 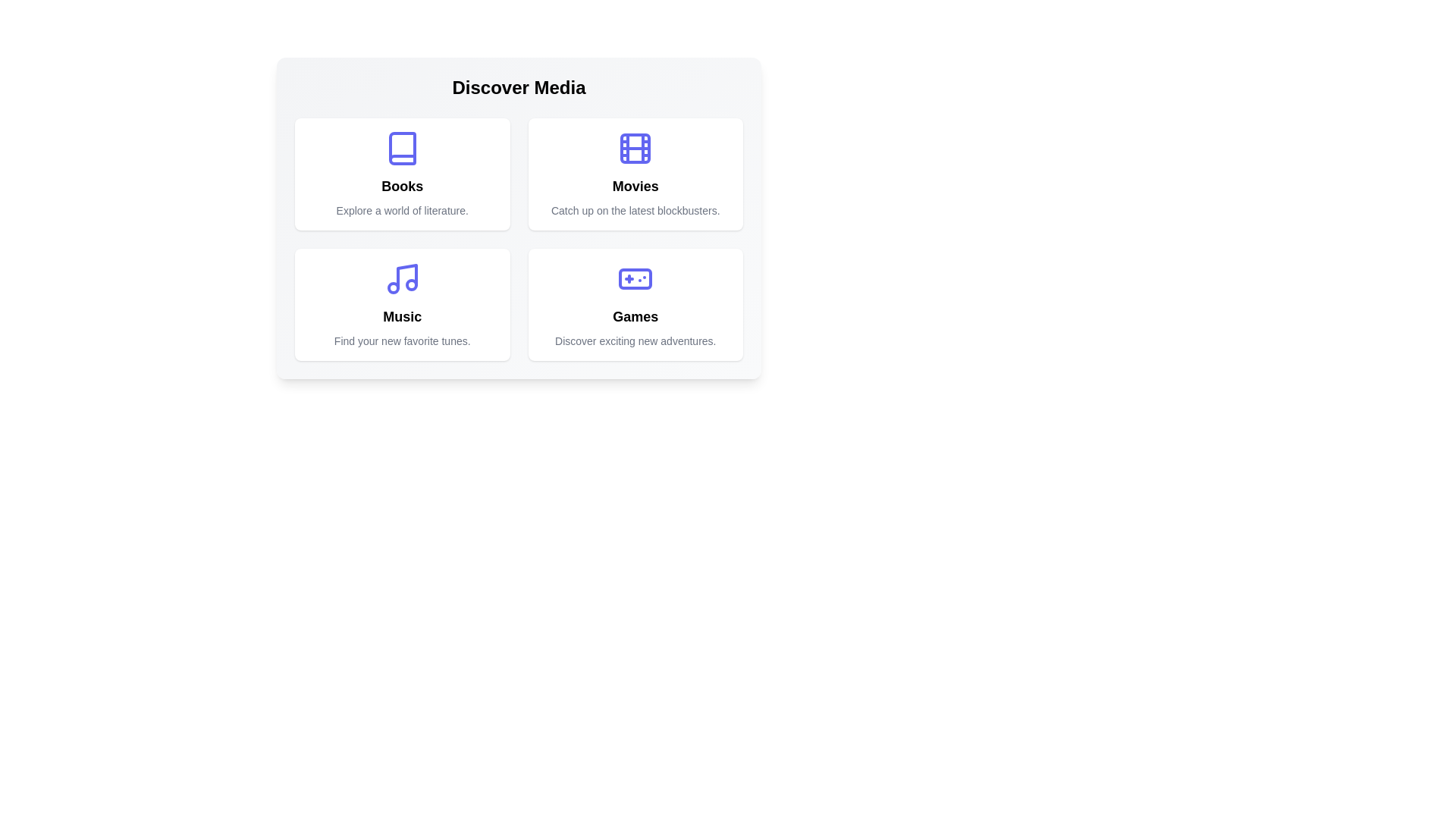 What do you see at coordinates (402, 174) in the screenshot?
I see `the media category card for Books` at bounding box center [402, 174].